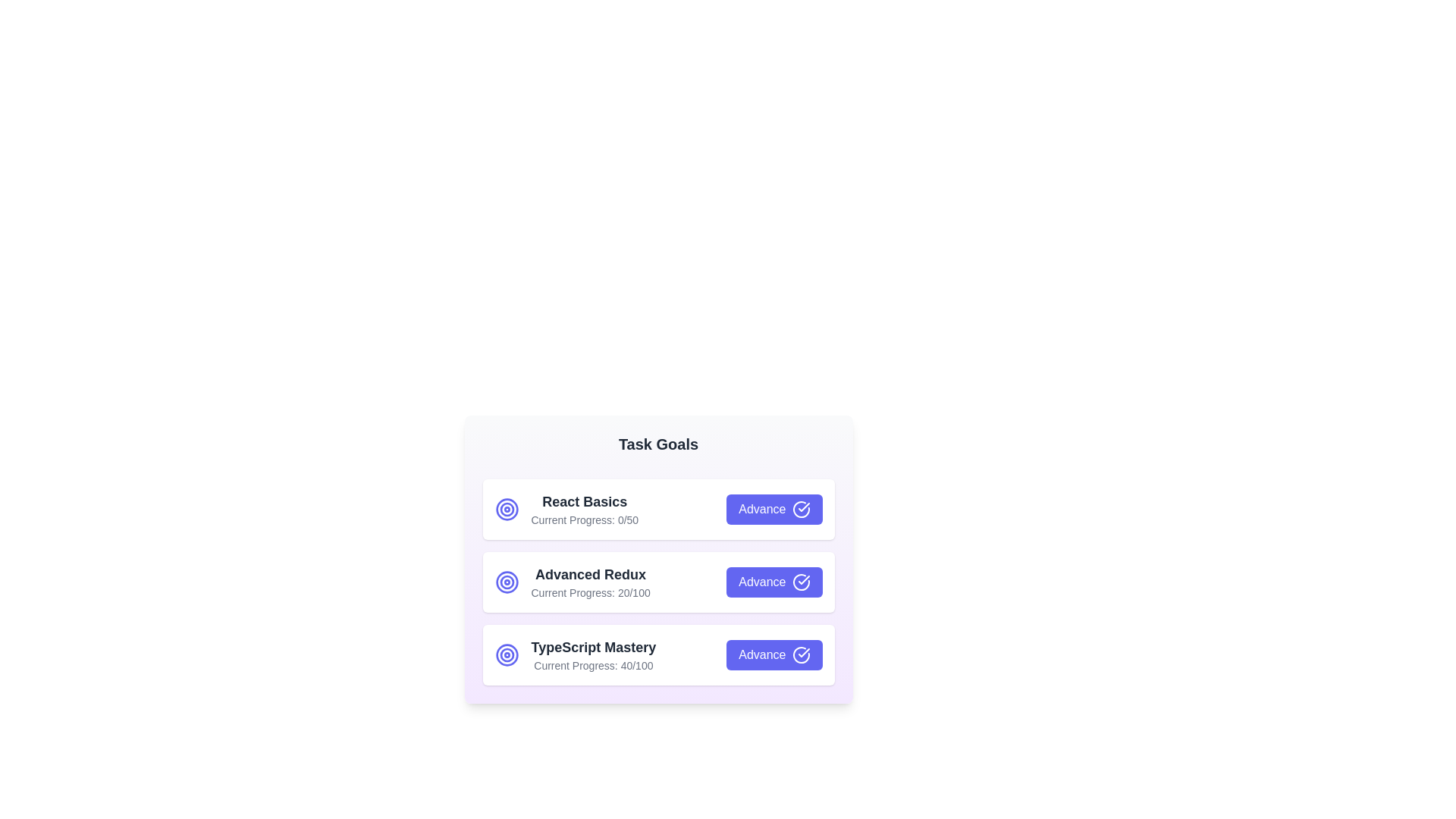 The width and height of the screenshot is (1456, 819). What do you see at coordinates (507, 509) in the screenshot?
I see `the outermost circle of the target-like design in the 'React Basics' task icon, which is located to the left of the 'Advance' button` at bounding box center [507, 509].